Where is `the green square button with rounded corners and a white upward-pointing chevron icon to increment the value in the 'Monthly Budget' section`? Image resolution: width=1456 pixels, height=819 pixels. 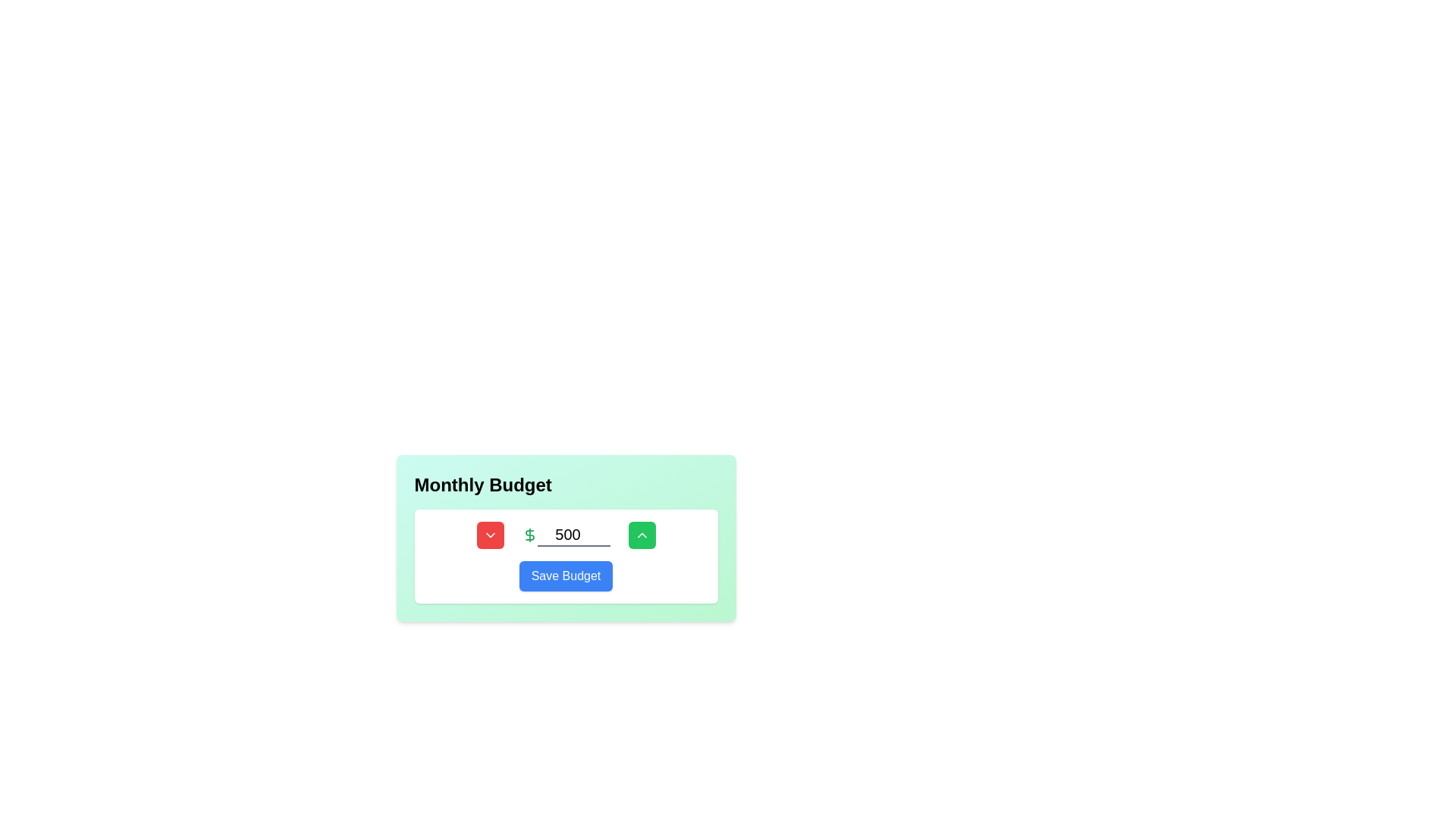 the green square button with rounded corners and a white upward-pointing chevron icon to increment the value in the 'Monthly Budget' section is located at coordinates (642, 534).